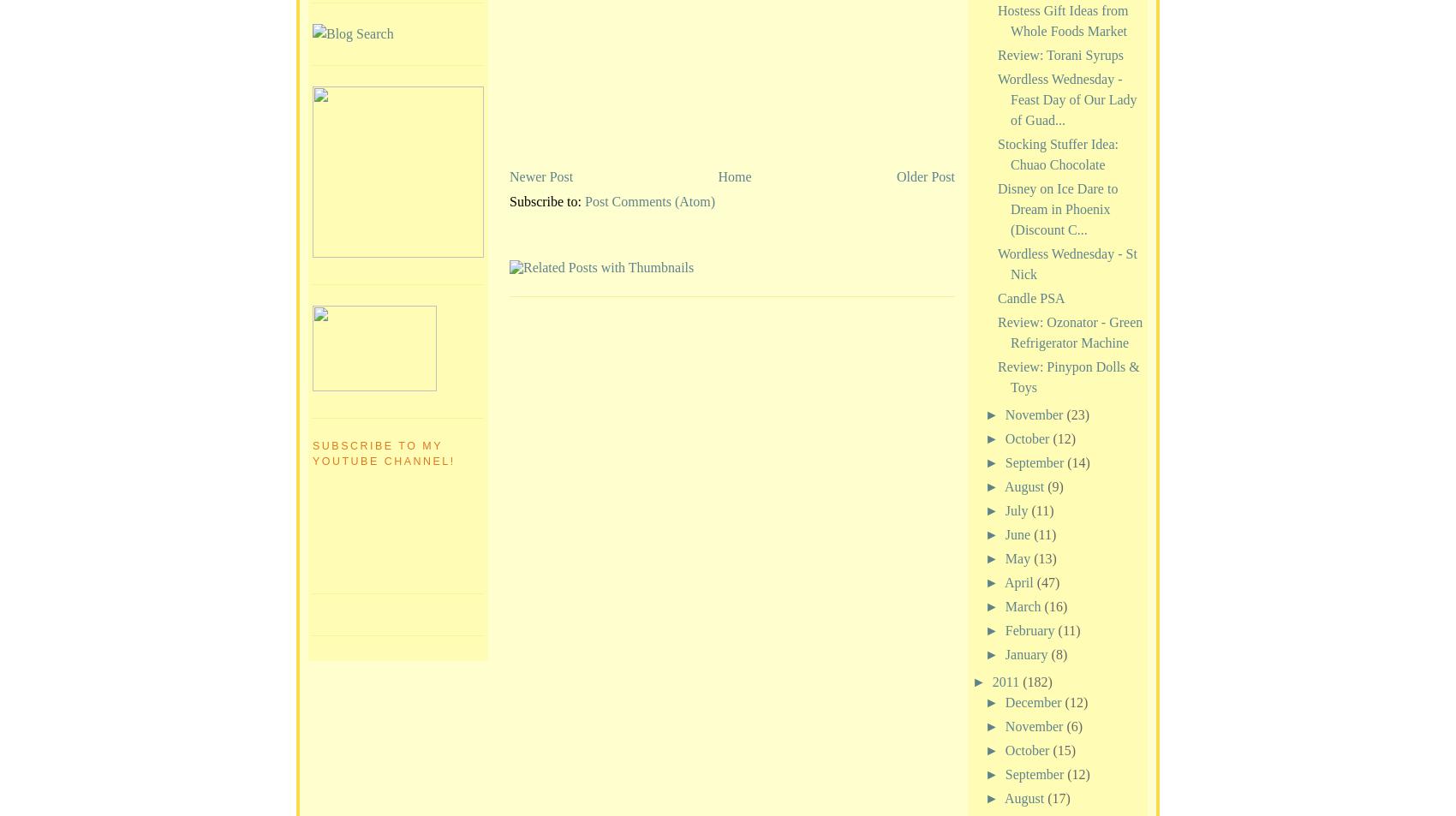 The image size is (1456, 816). I want to click on 'Subscribe to:', so click(547, 200).